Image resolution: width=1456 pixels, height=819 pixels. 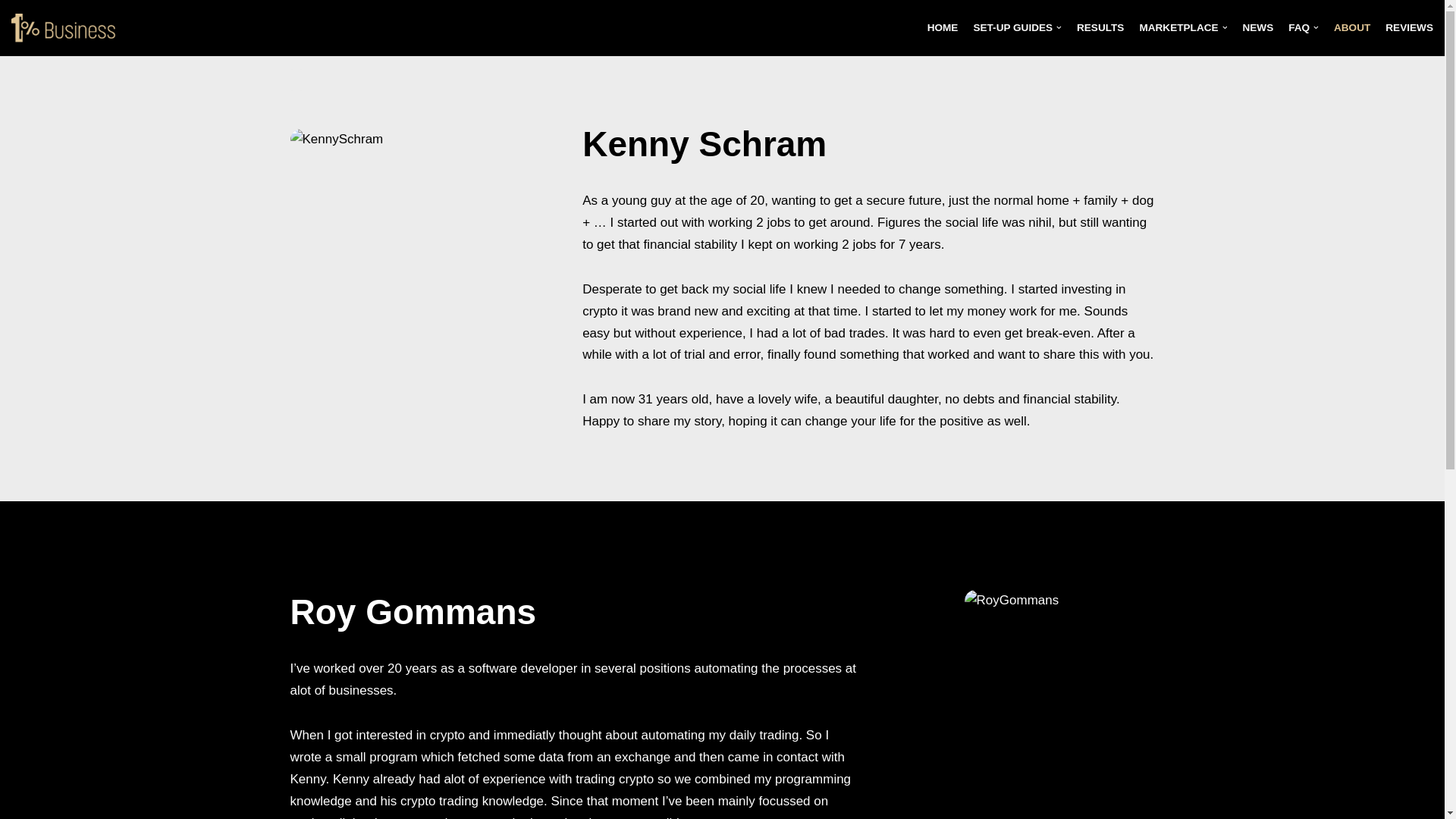 I want to click on 'RESULTS', so click(x=1076, y=27).